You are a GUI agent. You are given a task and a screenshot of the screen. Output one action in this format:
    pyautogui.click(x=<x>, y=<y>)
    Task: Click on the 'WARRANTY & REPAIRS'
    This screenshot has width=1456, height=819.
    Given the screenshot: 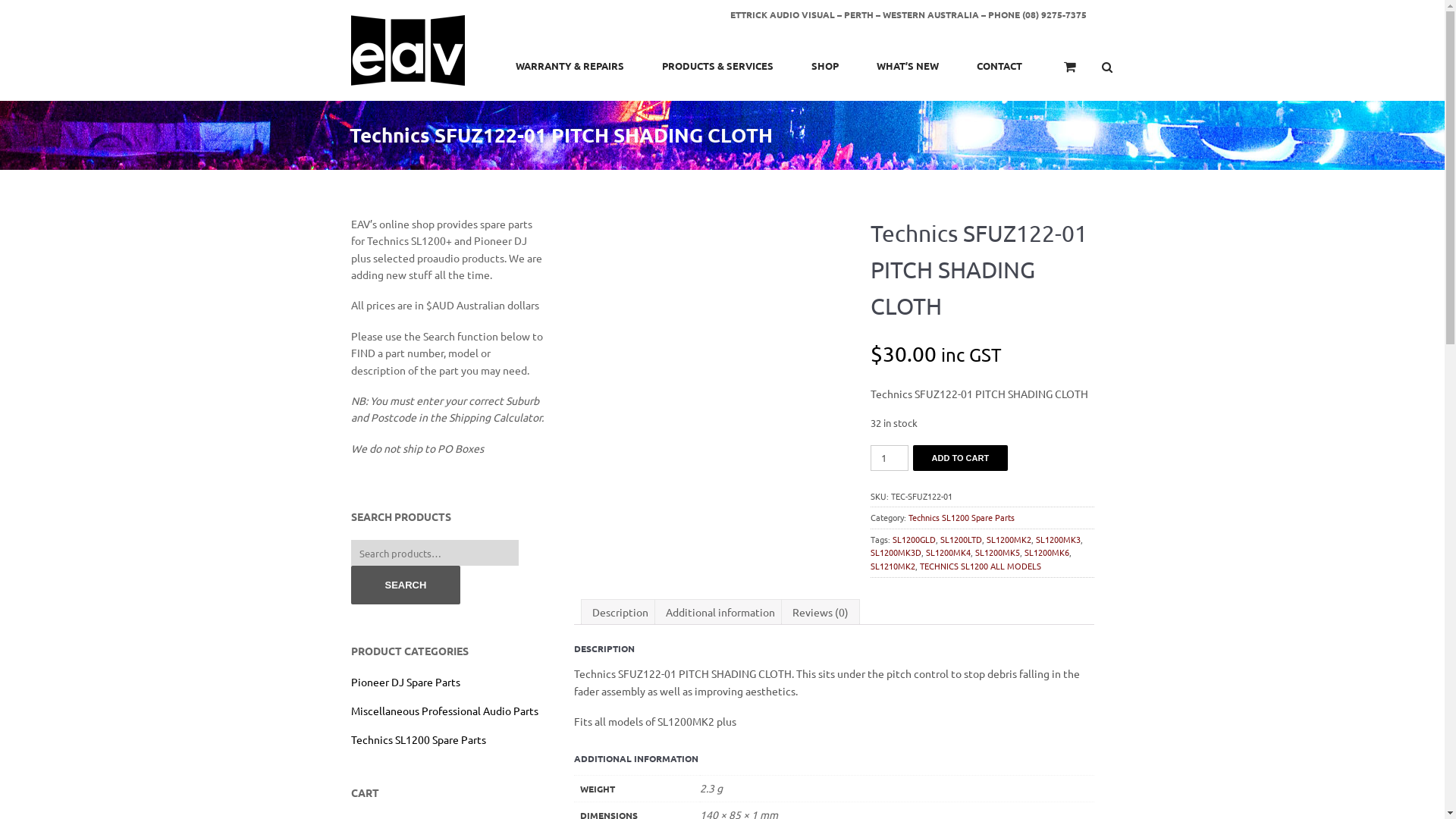 What is the action you would take?
    pyautogui.click(x=568, y=64)
    